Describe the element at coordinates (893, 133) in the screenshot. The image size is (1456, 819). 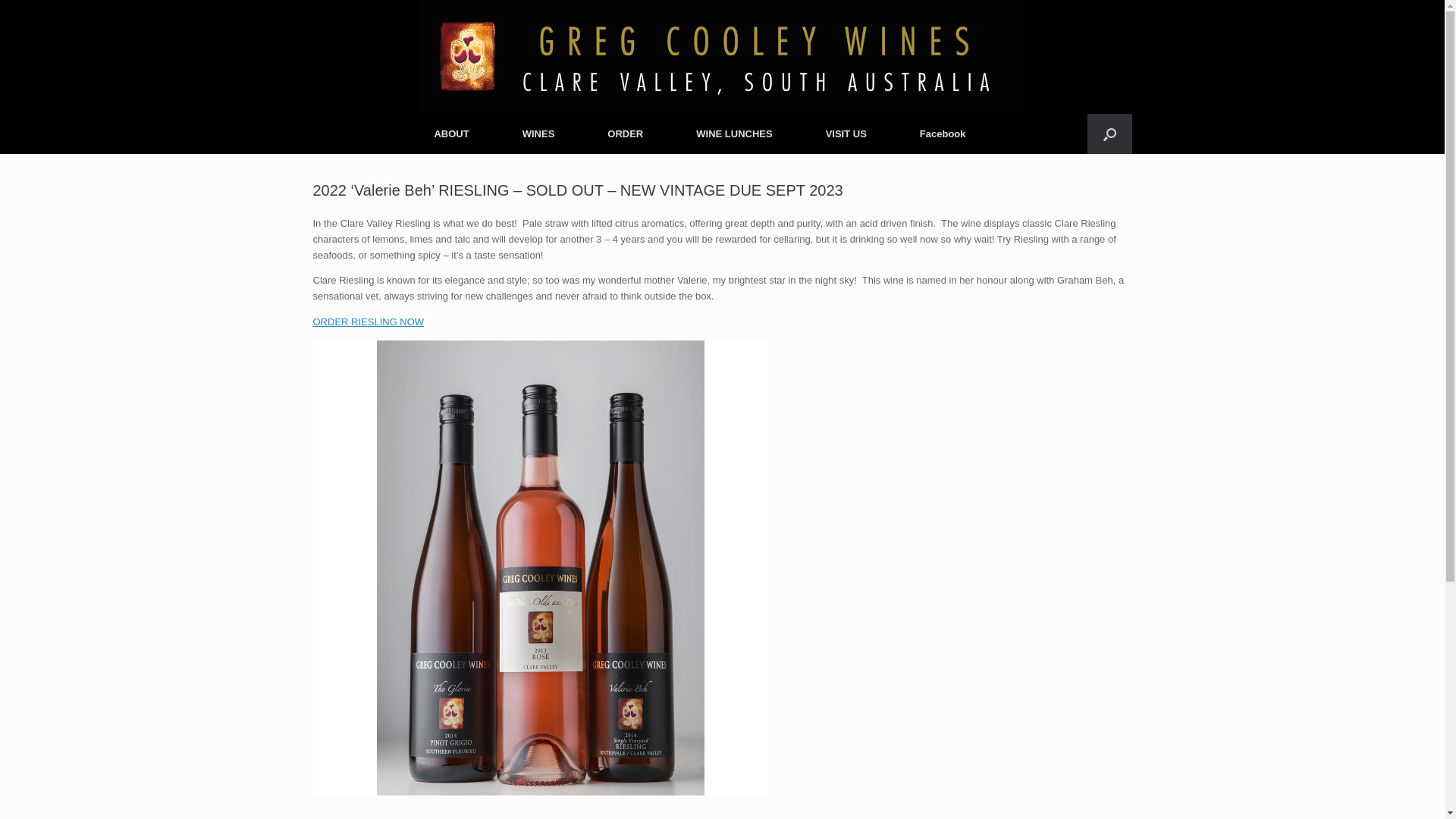
I see `'Facebook'` at that location.